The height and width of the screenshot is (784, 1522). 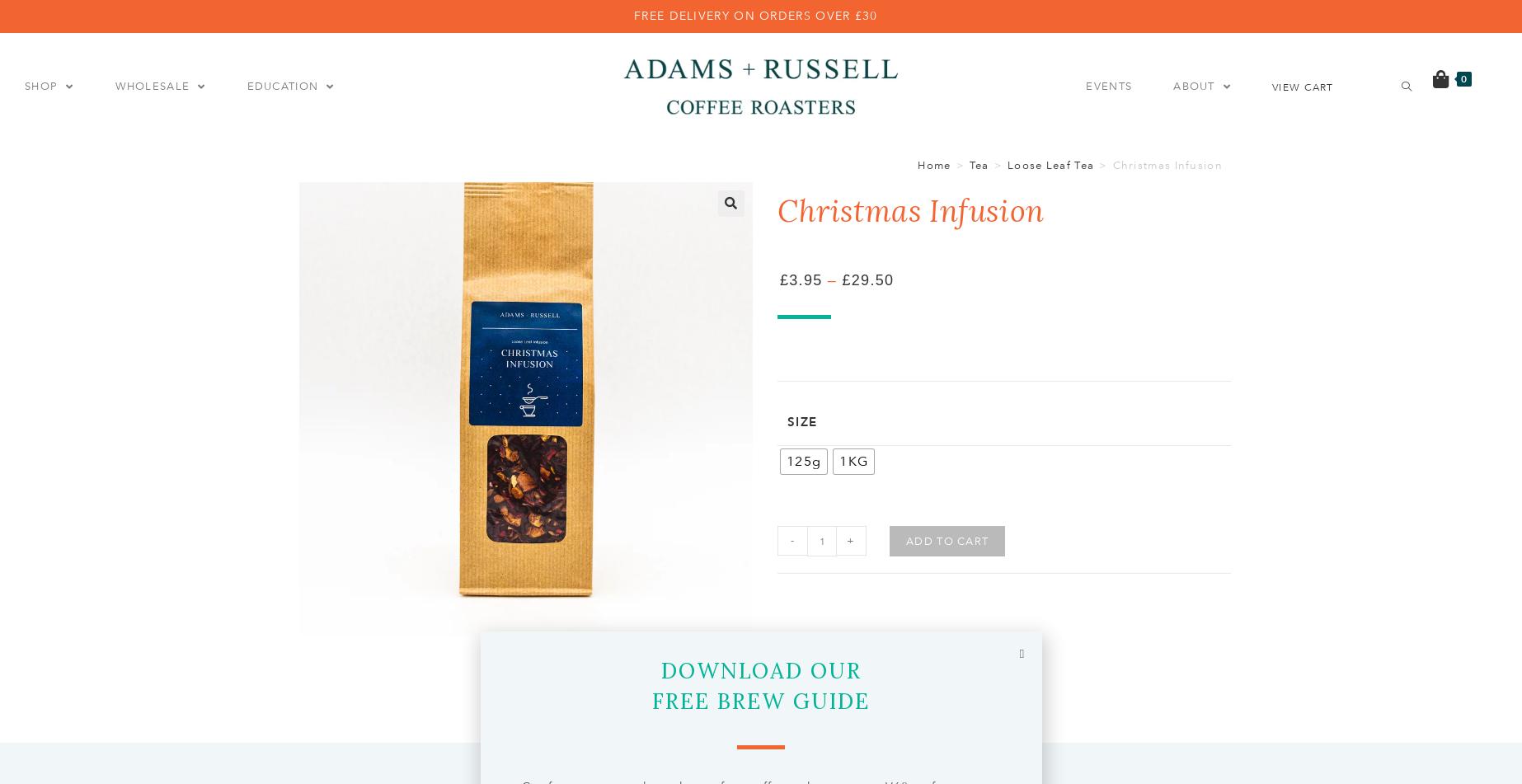 What do you see at coordinates (651, 164) in the screenshot?
I see `'Barista Supplies'` at bounding box center [651, 164].